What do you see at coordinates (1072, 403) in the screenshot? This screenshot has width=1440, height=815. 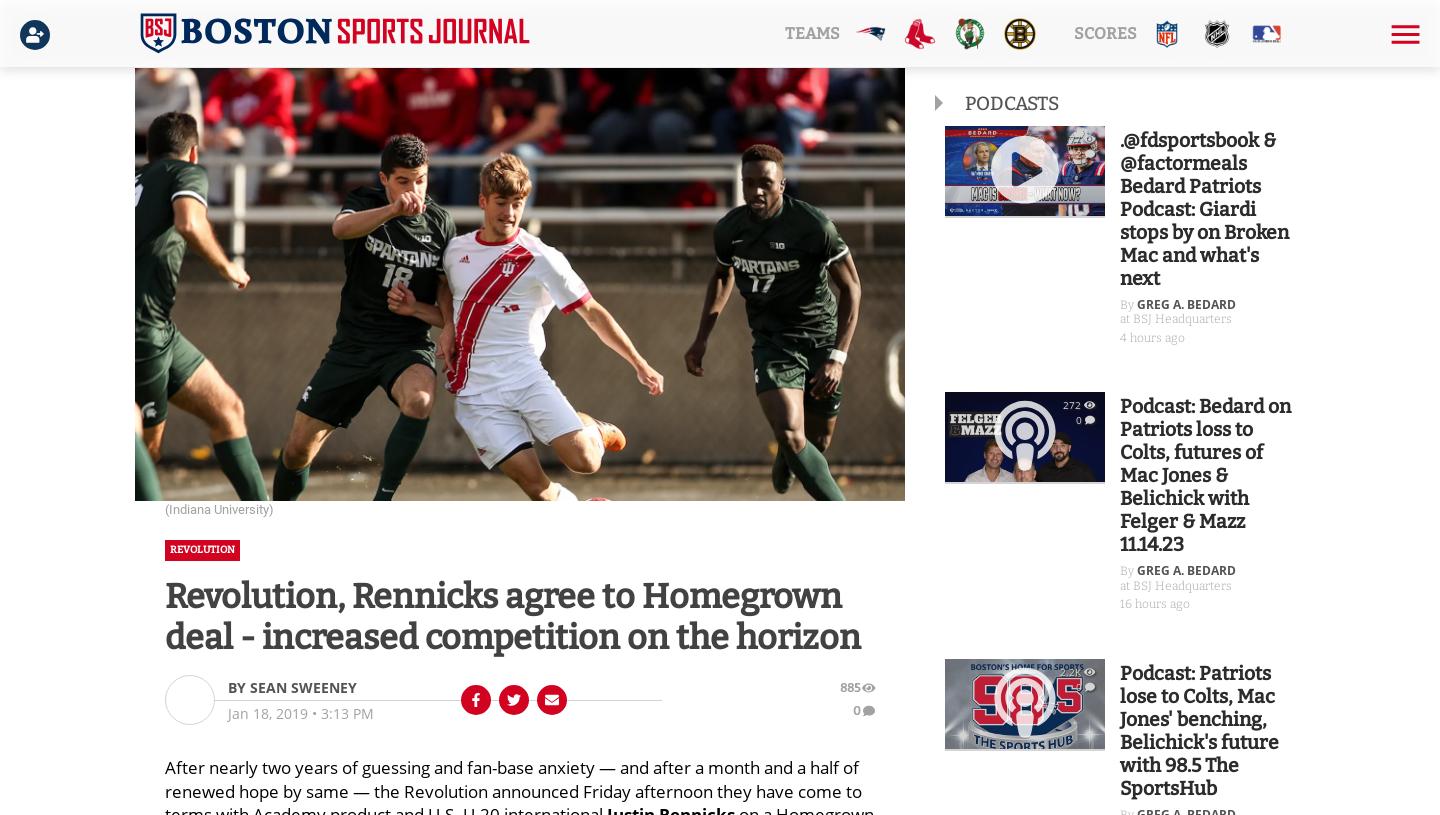 I see `'272'` at bounding box center [1072, 403].